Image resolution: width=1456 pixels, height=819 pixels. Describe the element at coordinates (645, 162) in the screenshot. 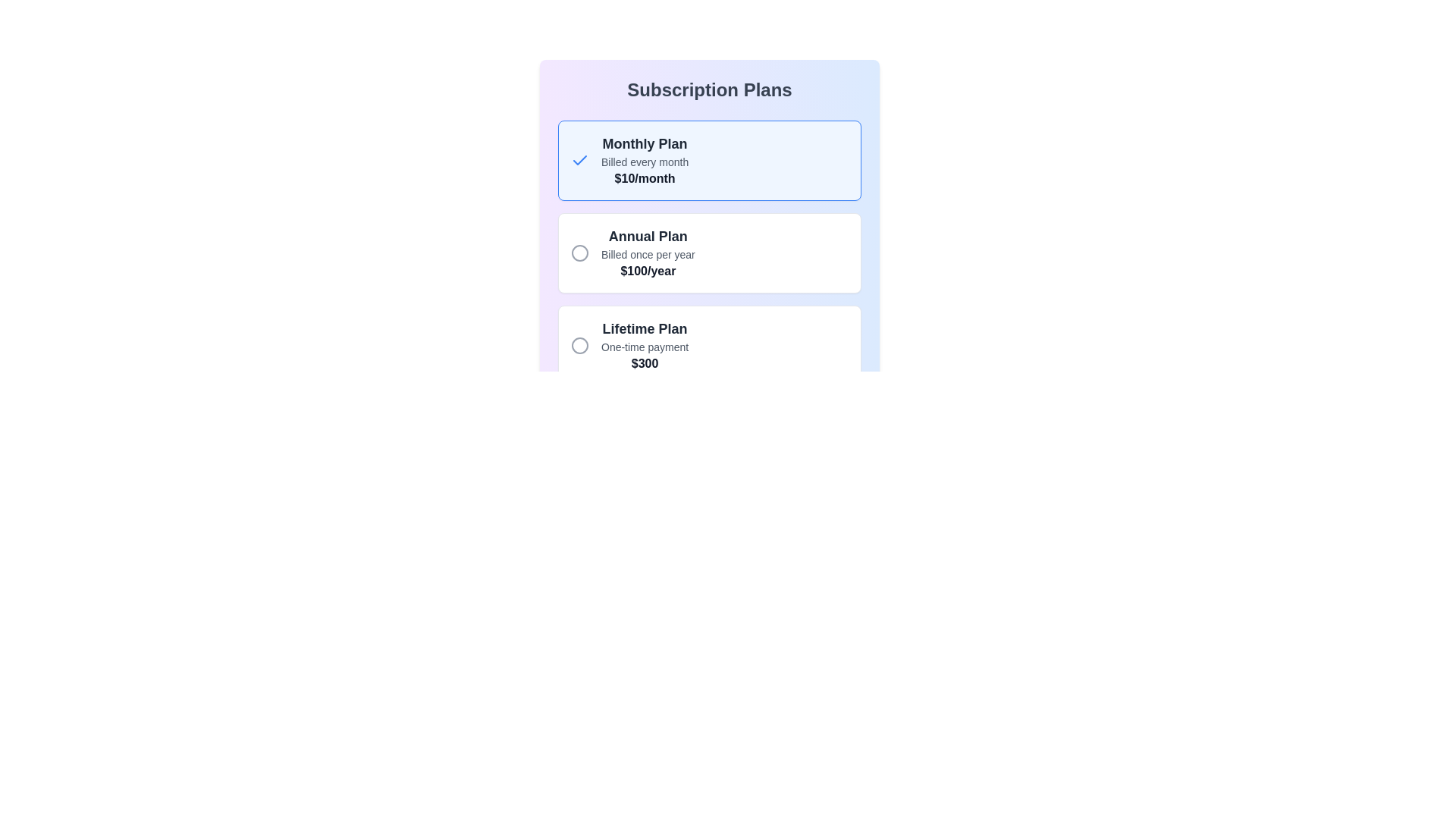

I see `the text label displaying 'Billed every month', which is positioned below 'Monthly Plan' and above '$10/month'` at that location.